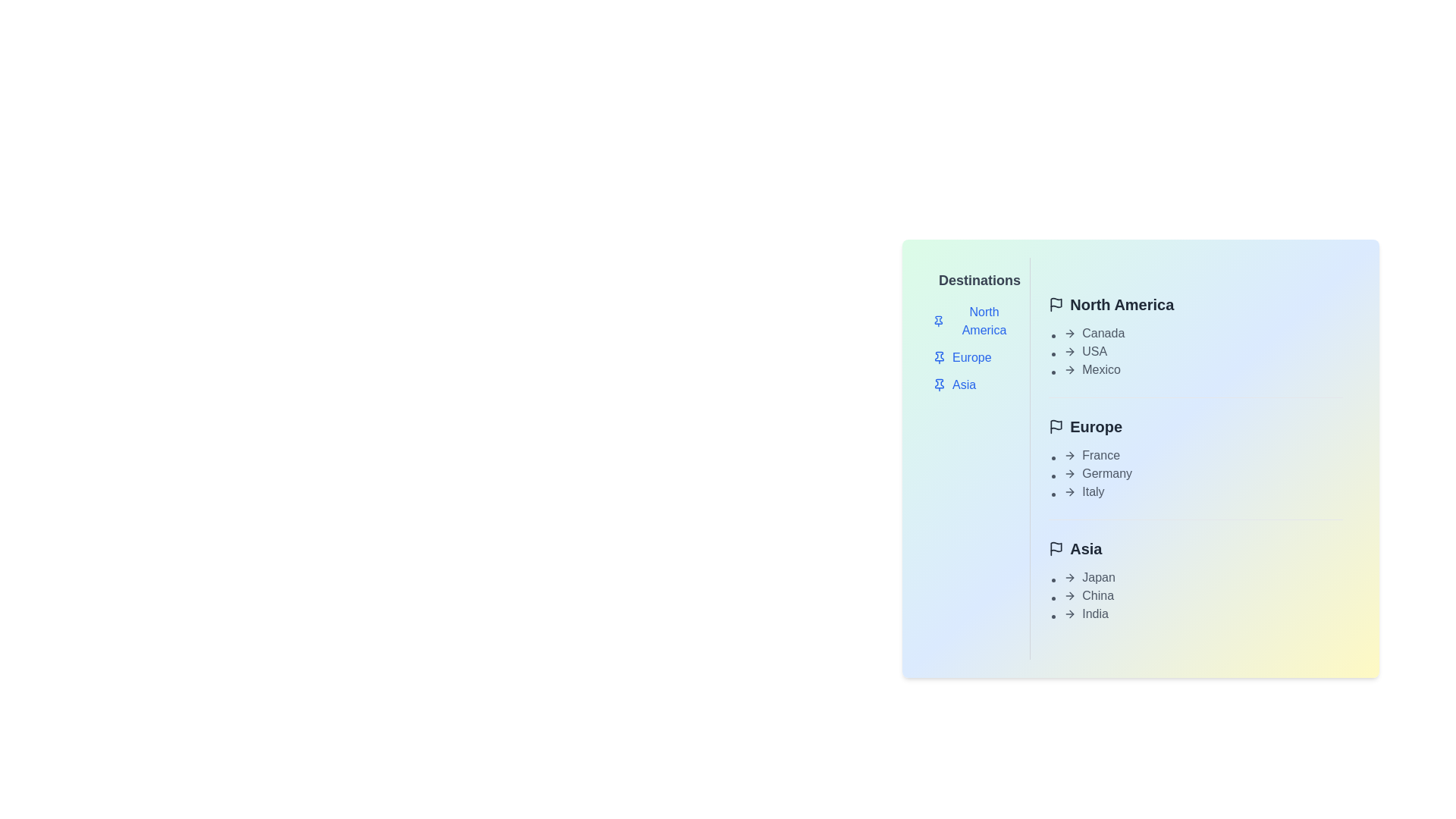  I want to click on the right-pointing arrow icon located next to the word 'Mexico' under the 'North America' section, so click(1071, 370).